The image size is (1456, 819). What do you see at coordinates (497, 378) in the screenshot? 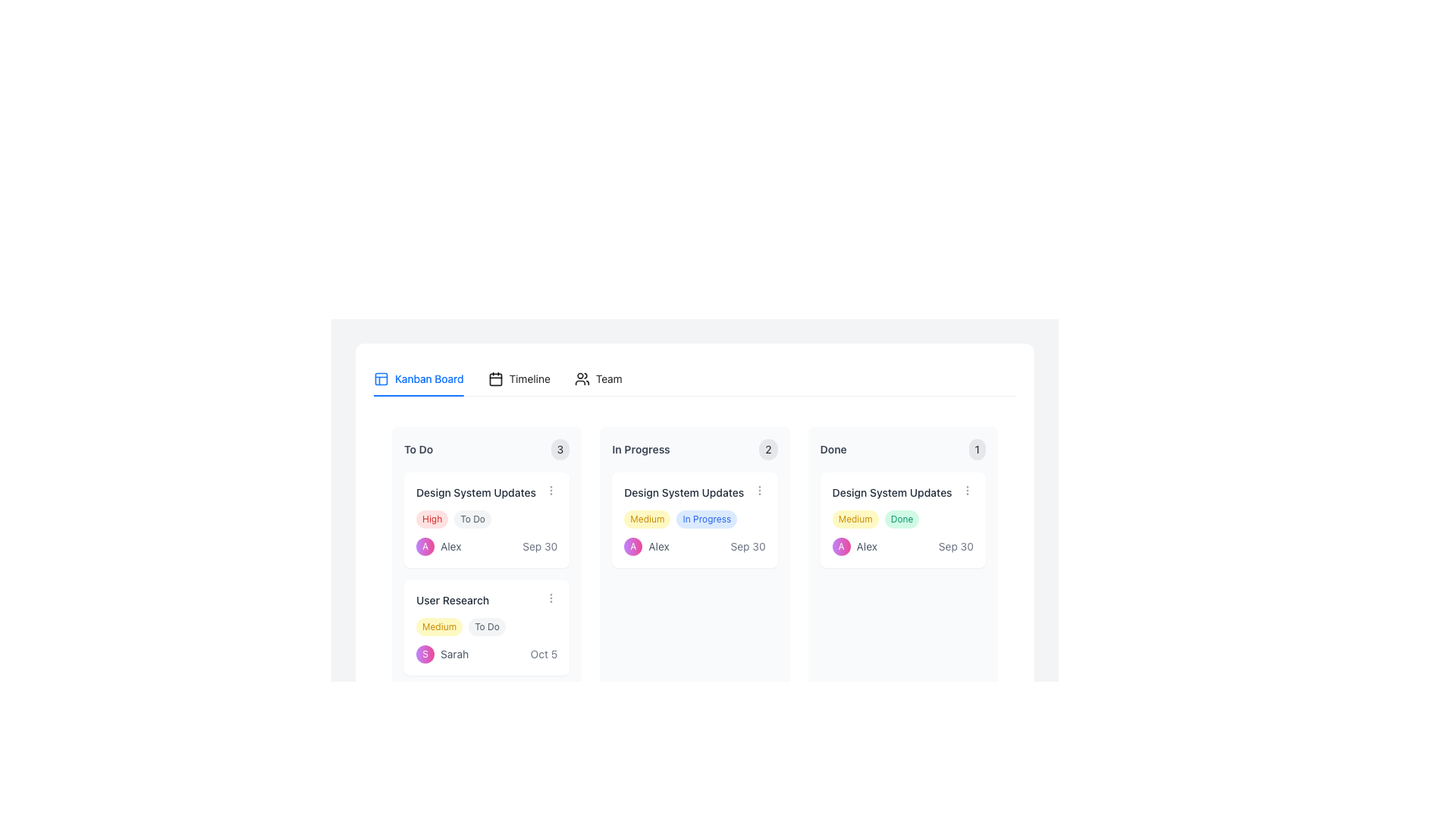
I see `the 'Timeline' tab in the navigation bar` at bounding box center [497, 378].